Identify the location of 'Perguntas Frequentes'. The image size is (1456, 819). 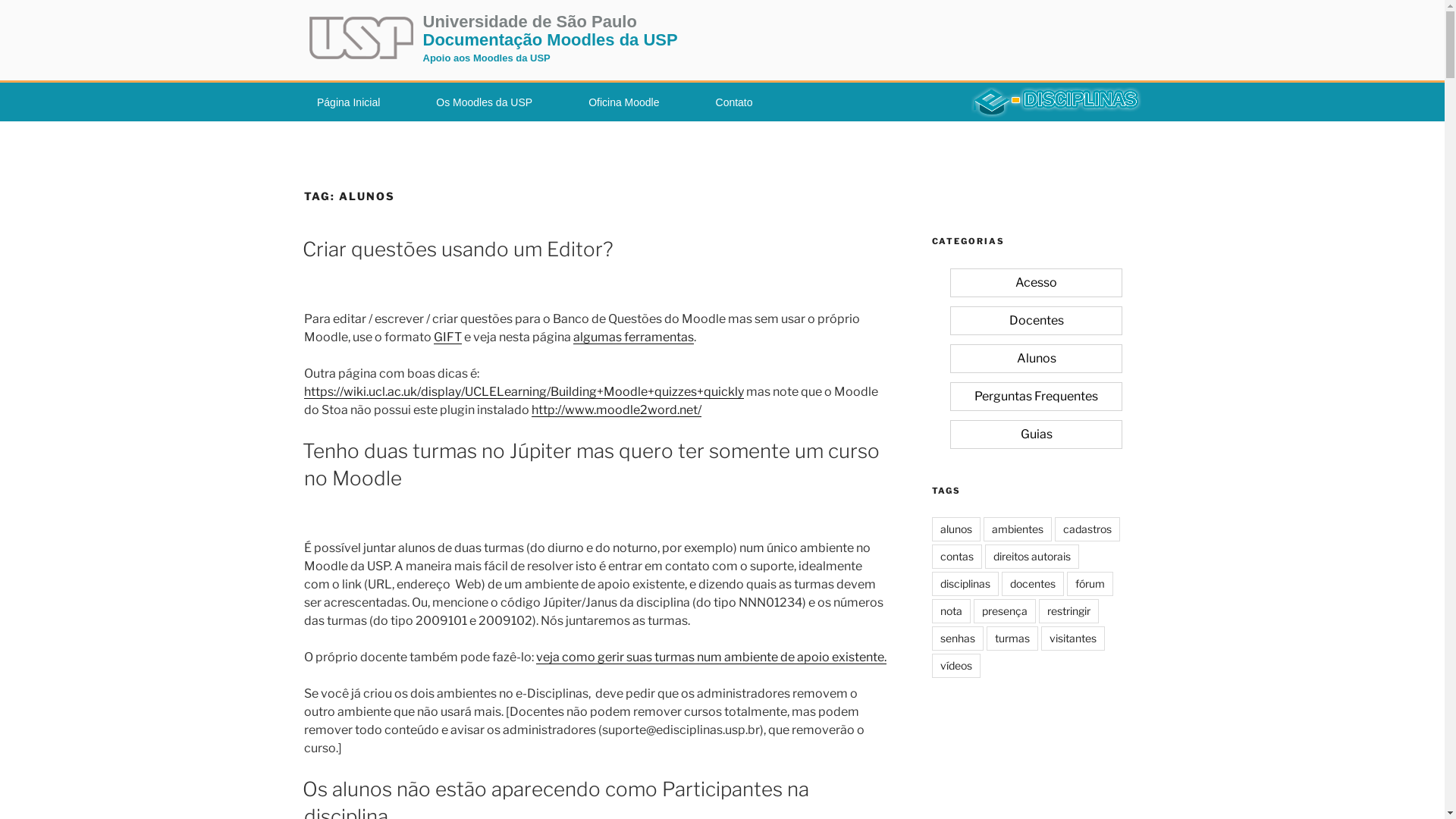
(1035, 395).